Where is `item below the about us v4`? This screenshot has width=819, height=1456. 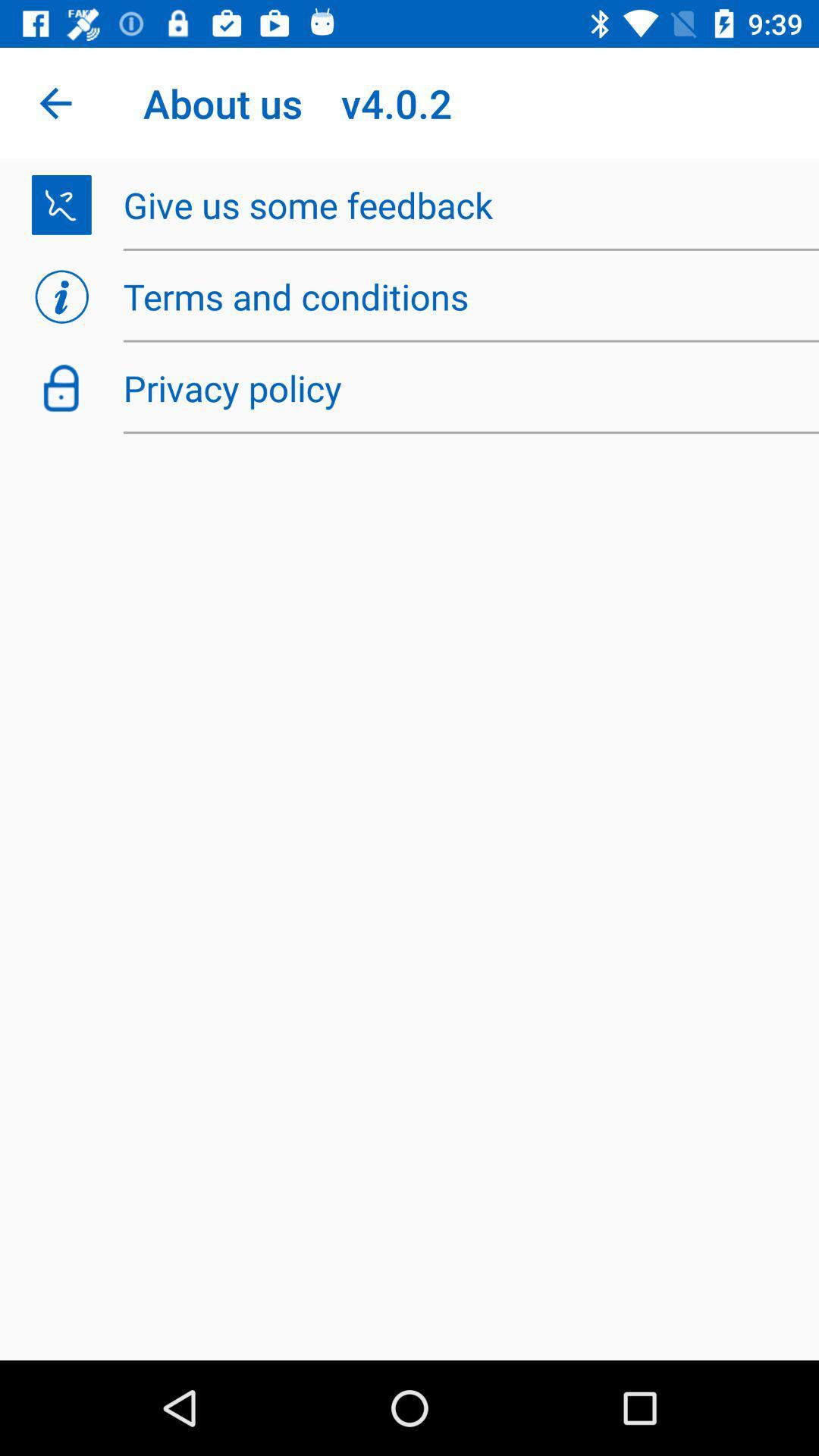 item below the about us v4 is located at coordinates (462, 204).